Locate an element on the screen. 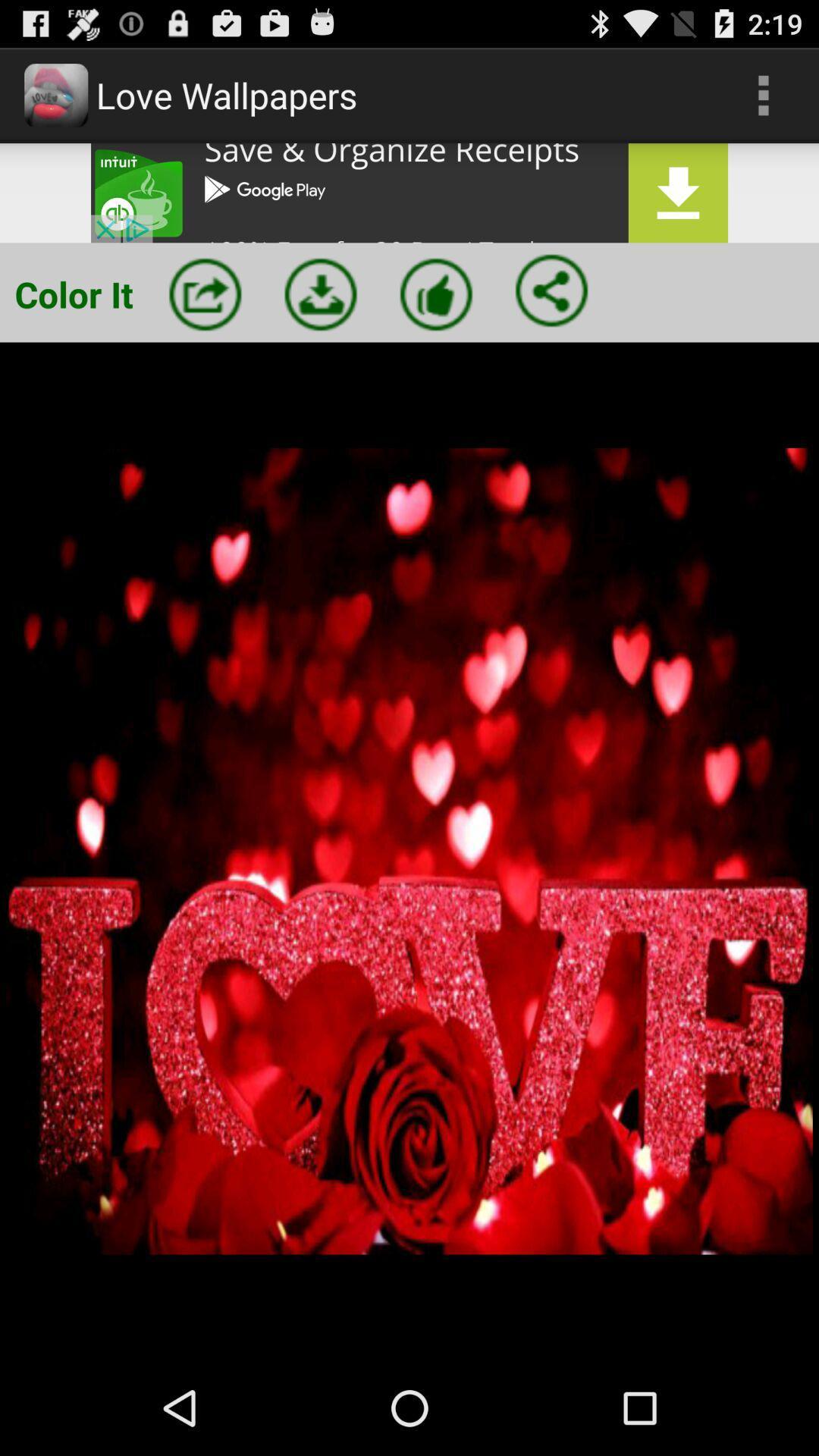 The height and width of the screenshot is (1456, 819). the file_download icon is located at coordinates (320, 314).